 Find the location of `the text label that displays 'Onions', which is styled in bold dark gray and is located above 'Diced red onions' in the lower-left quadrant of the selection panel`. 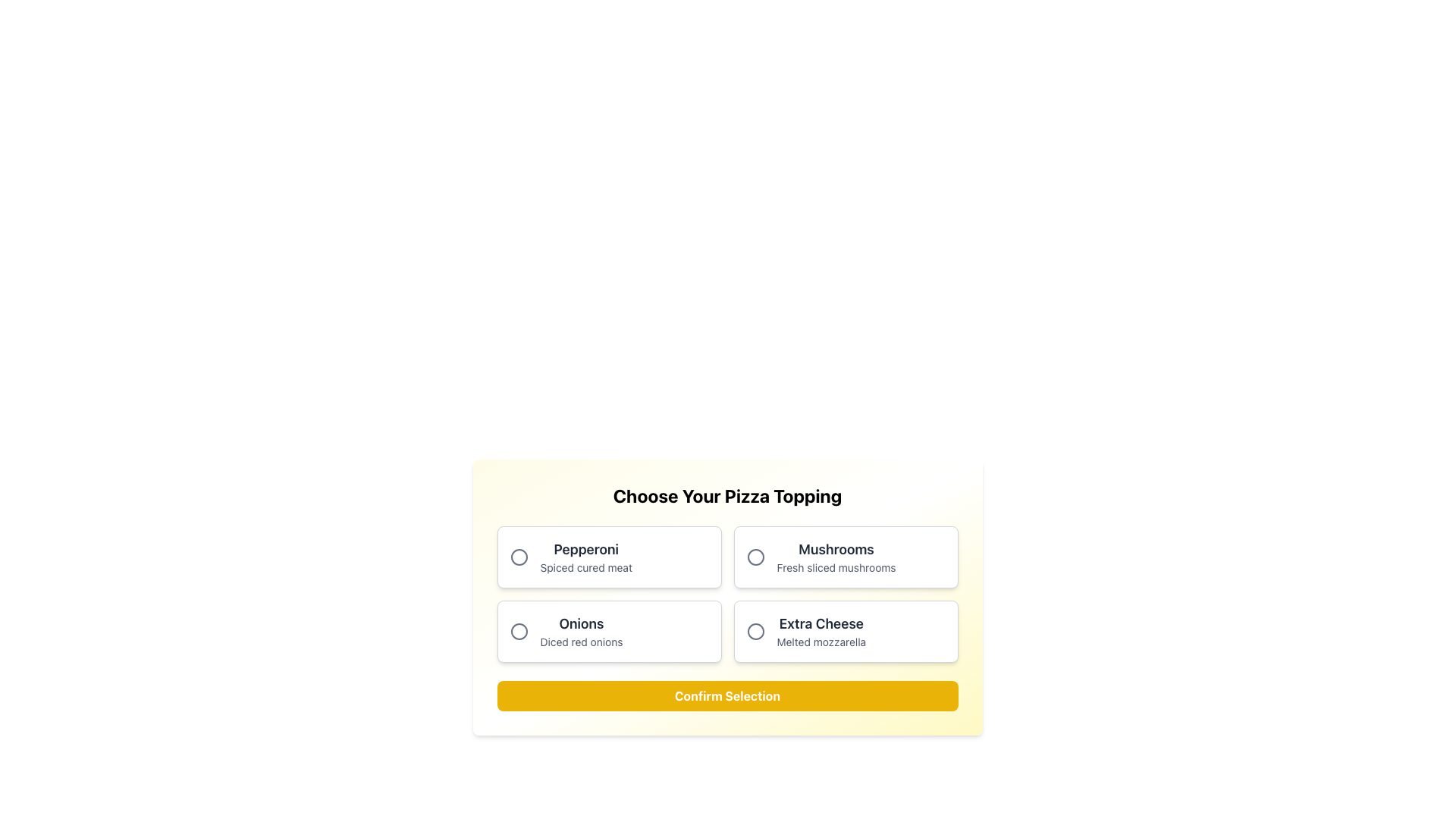

the text label that displays 'Onions', which is styled in bold dark gray and is located above 'Diced red onions' in the lower-left quadrant of the selection panel is located at coordinates (581, 623).